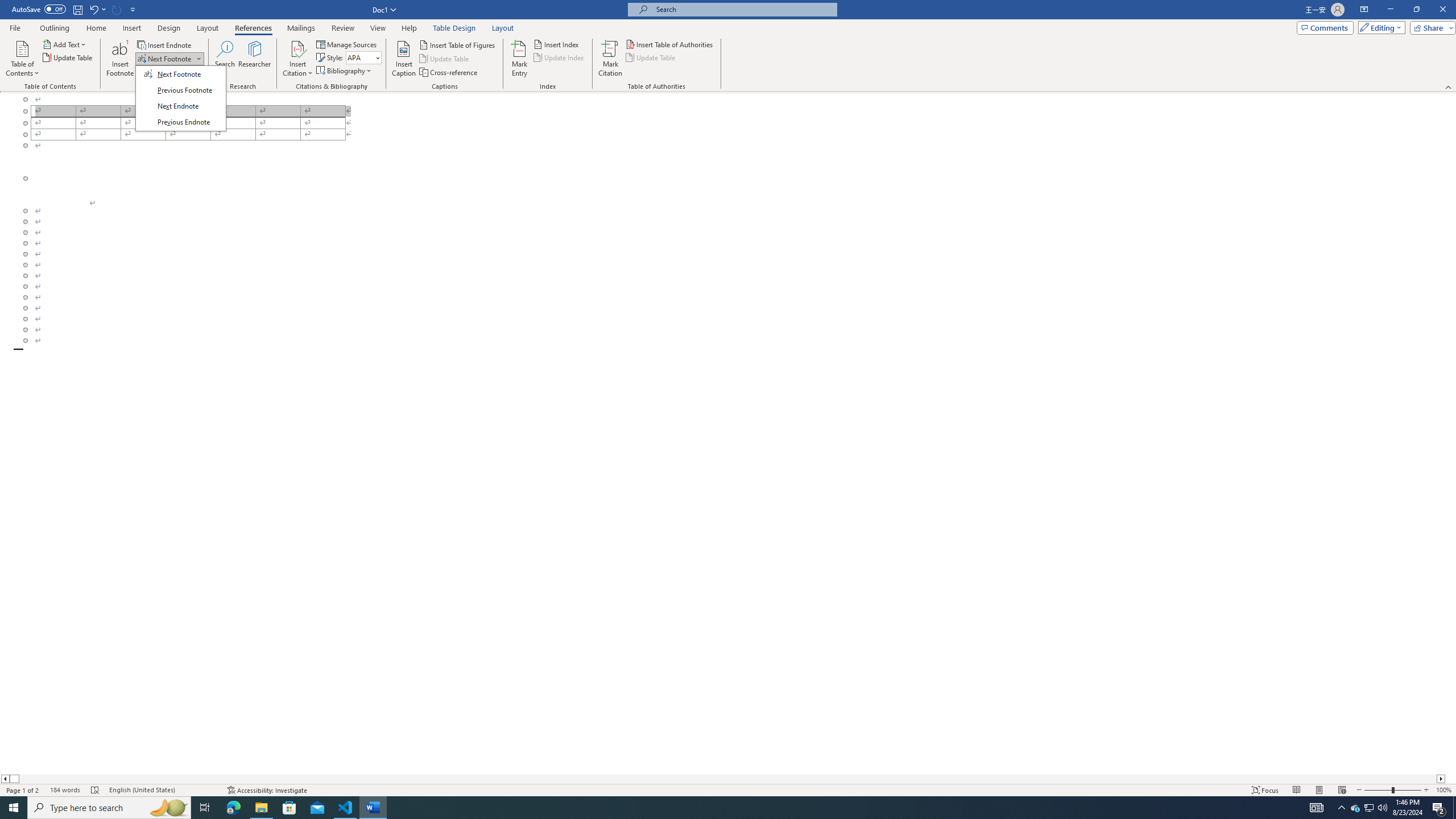 The image size is (1456, 819). I want to click on 'Style', so click(364, 56).